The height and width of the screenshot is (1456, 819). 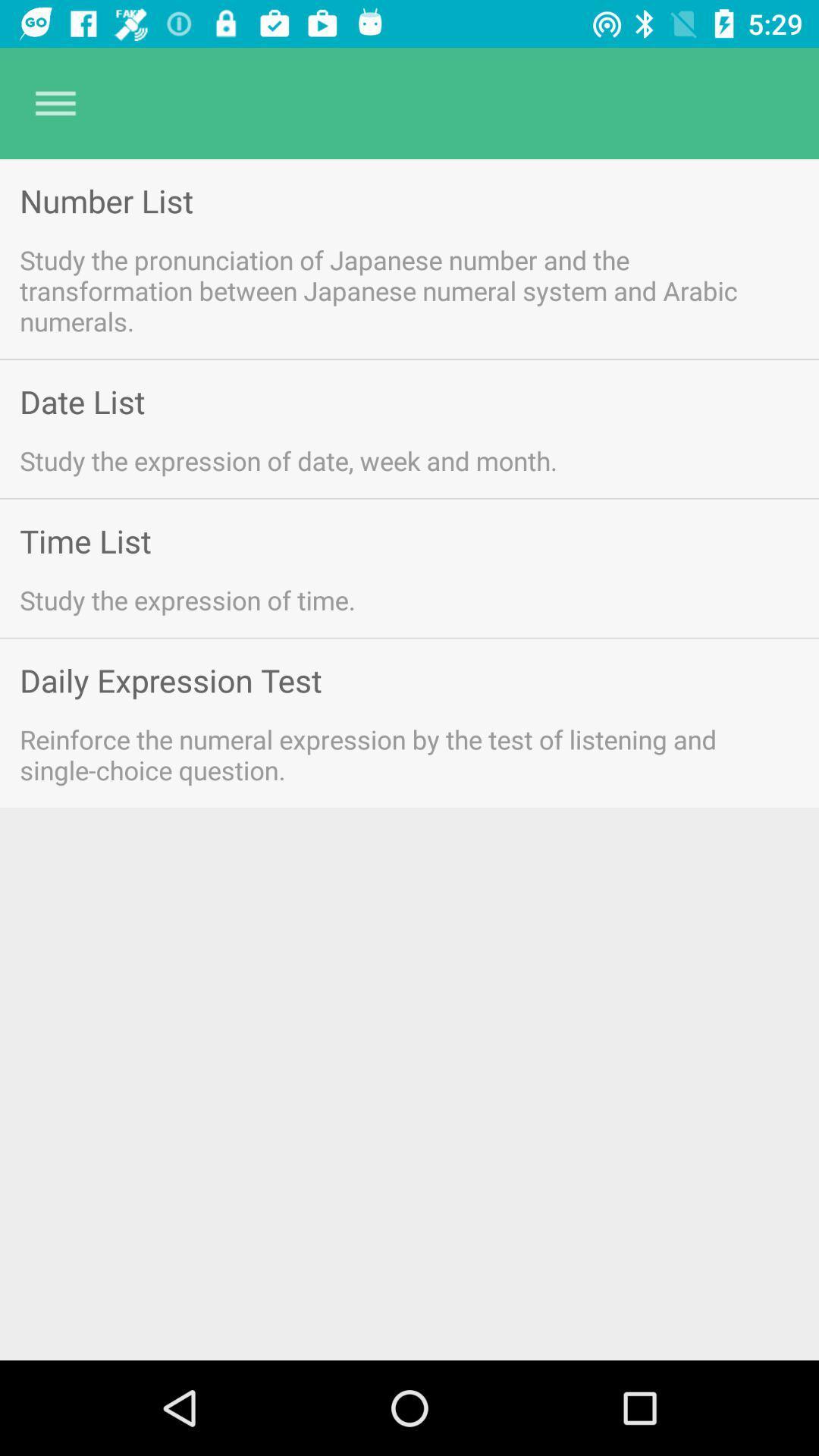 I want to click on the date list icon, so click(x=82, y=401).